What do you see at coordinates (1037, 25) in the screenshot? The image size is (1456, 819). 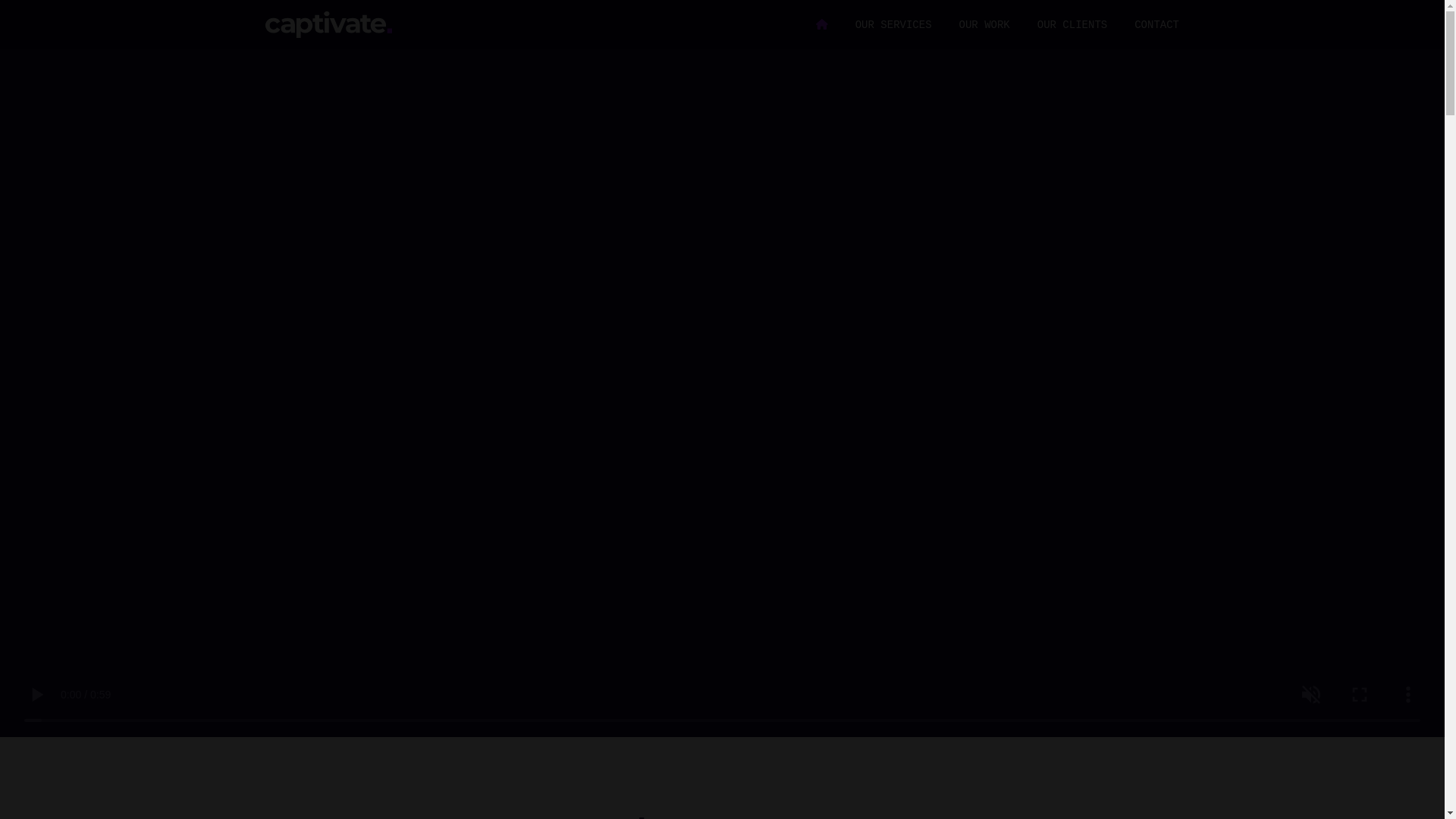 I see `'OUR CLIENTS'` at bounding box center [1037, 25].